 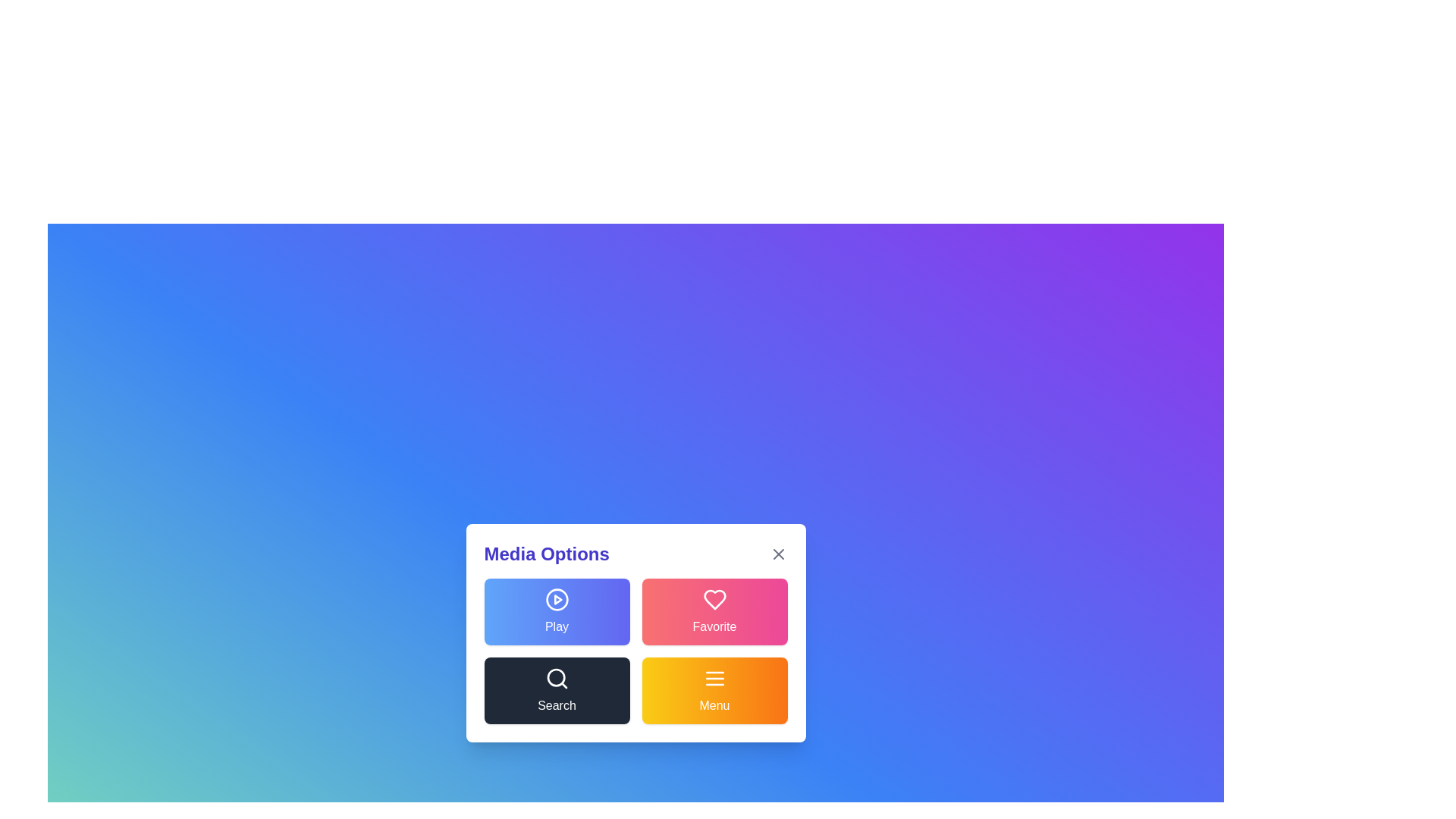 I want to click on the search icon located in the bottom-left section of the 'Media Options' dialog box, which is part of the 'Search' button to potentially display a tooltip, so click(x=556, y=677).